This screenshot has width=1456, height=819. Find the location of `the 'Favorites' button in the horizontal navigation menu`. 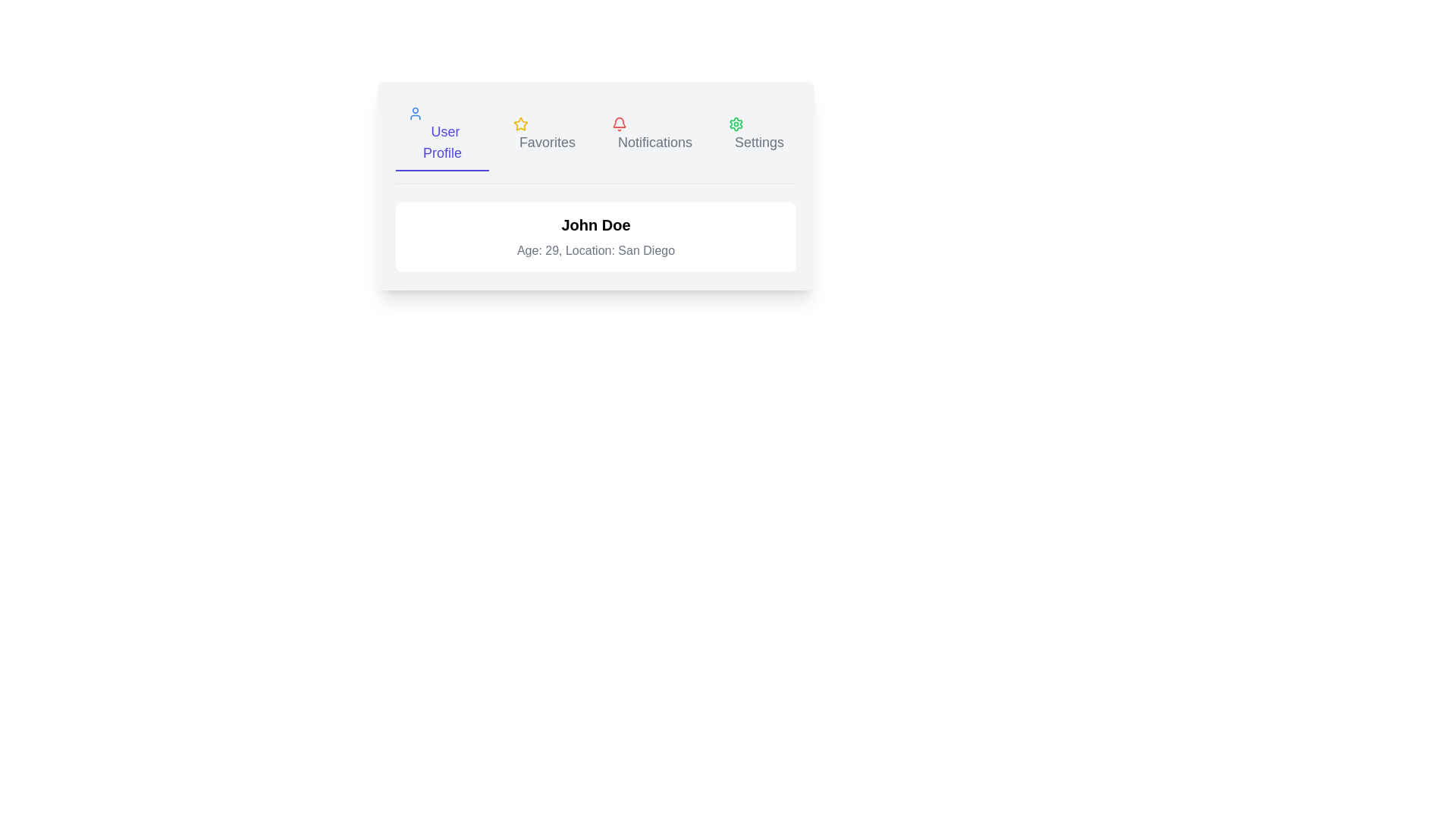

the 'Favorites' button in the horizontal navigation menu is located at coordinates (544, 134).